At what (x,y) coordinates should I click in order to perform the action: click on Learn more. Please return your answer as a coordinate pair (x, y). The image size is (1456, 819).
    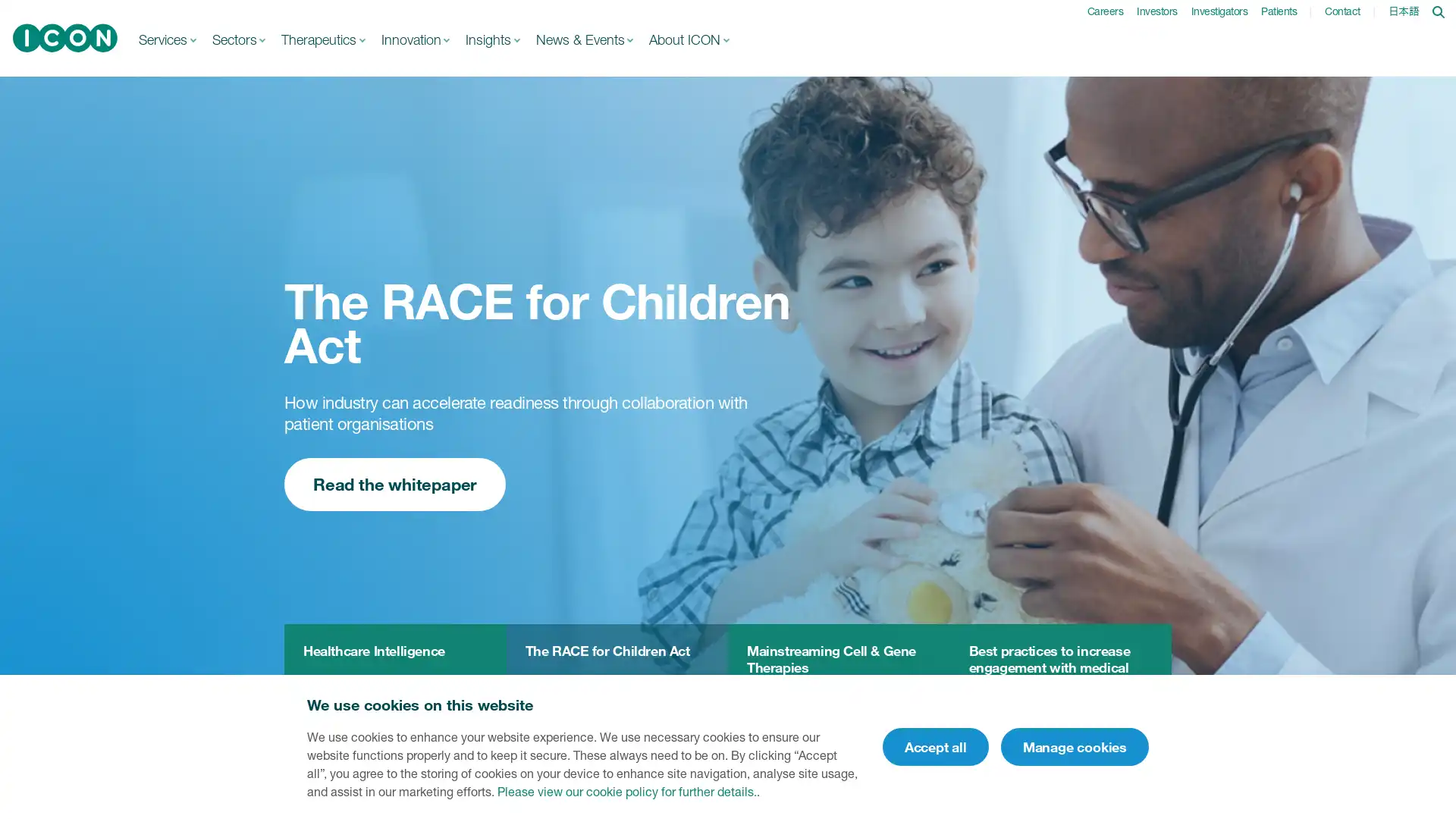
    Looking at the image, I should click on (359, 472).